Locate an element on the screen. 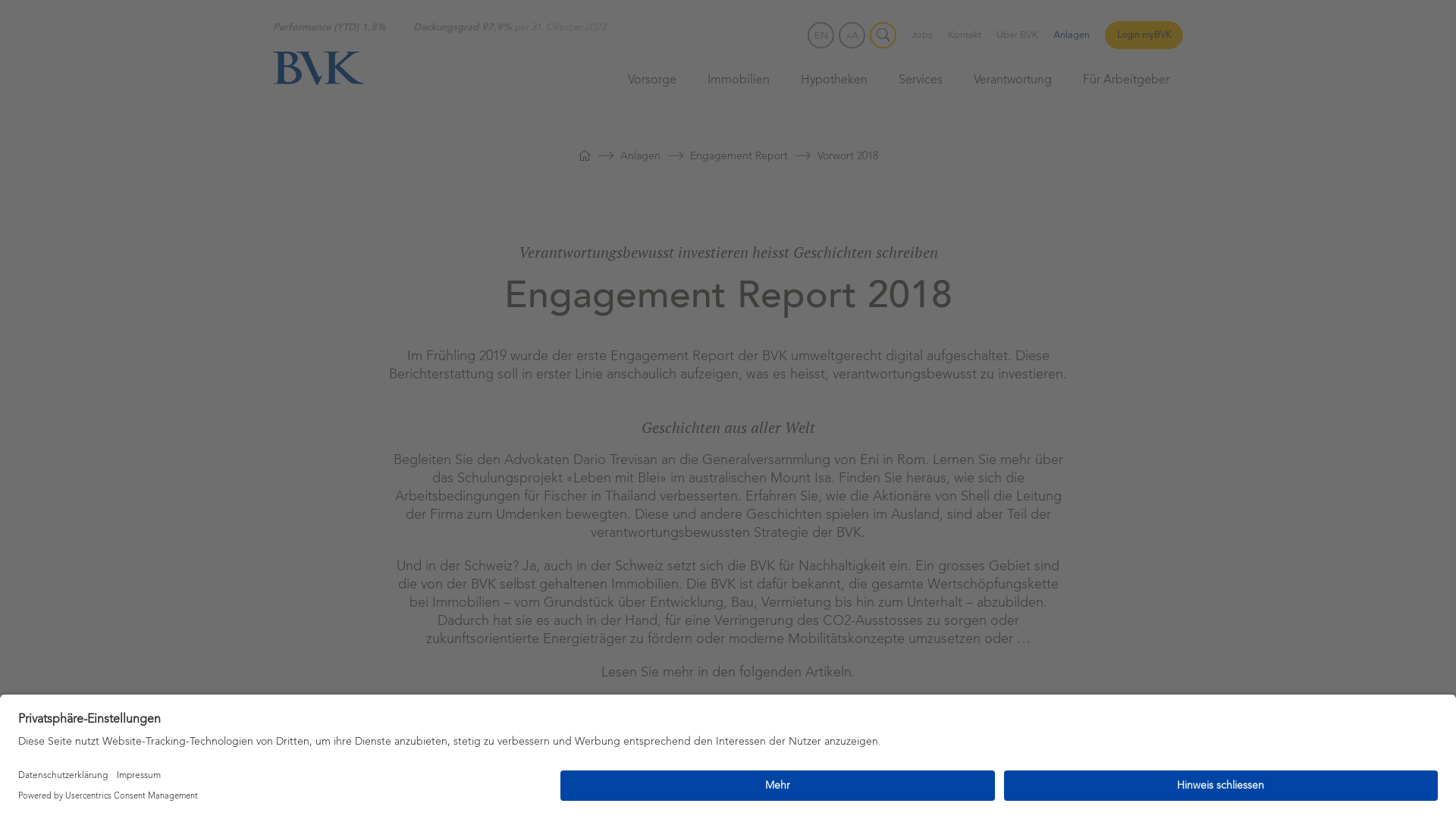 The width and height of the screenshot is (1456, 819). 'Suche' is located at coordinates (883, 34).